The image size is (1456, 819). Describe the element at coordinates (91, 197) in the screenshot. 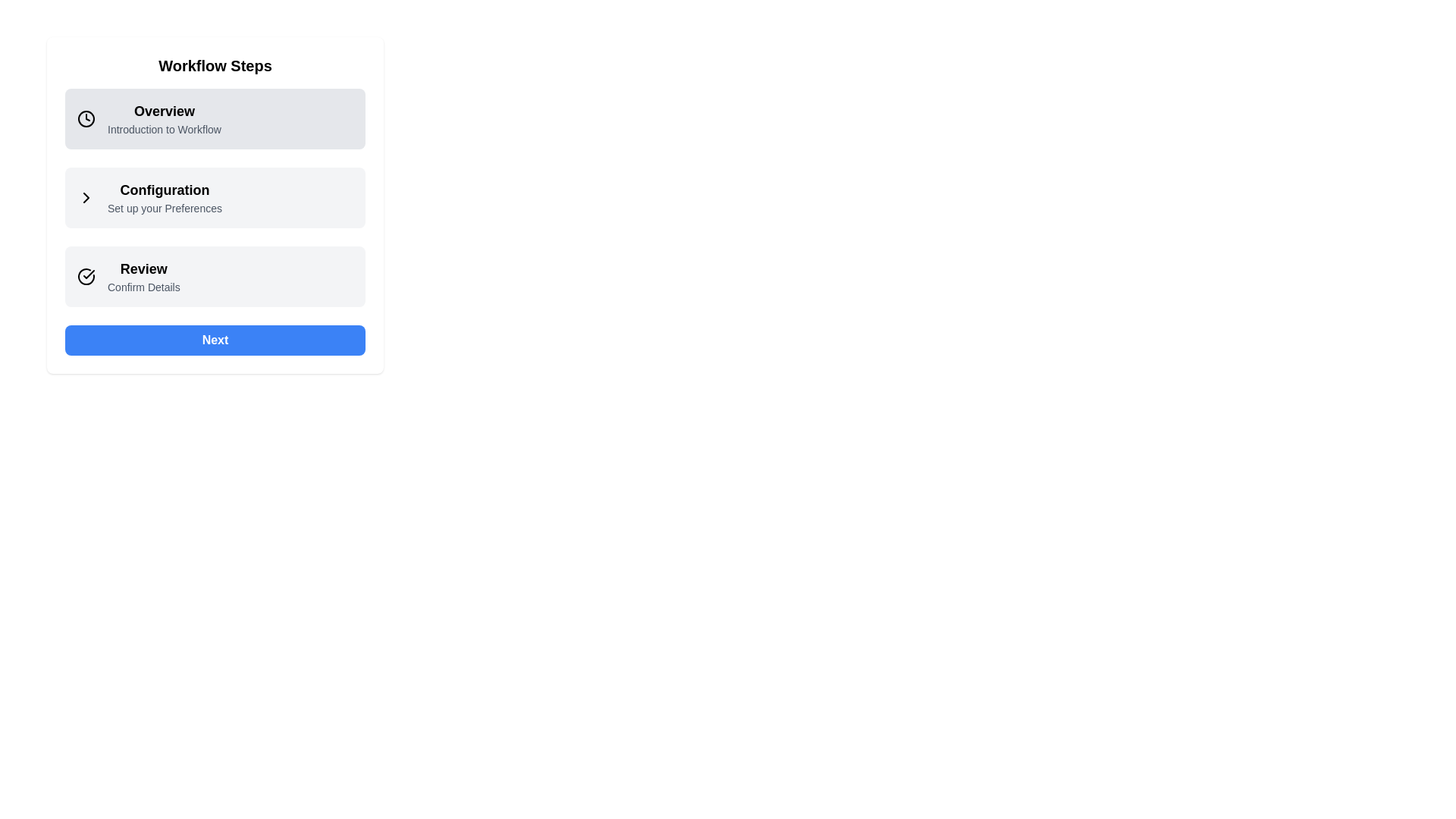

I see `the right-facing arrow icon that is located to the left of the 'Configuration' text block, indicating forward navigation` at that location.